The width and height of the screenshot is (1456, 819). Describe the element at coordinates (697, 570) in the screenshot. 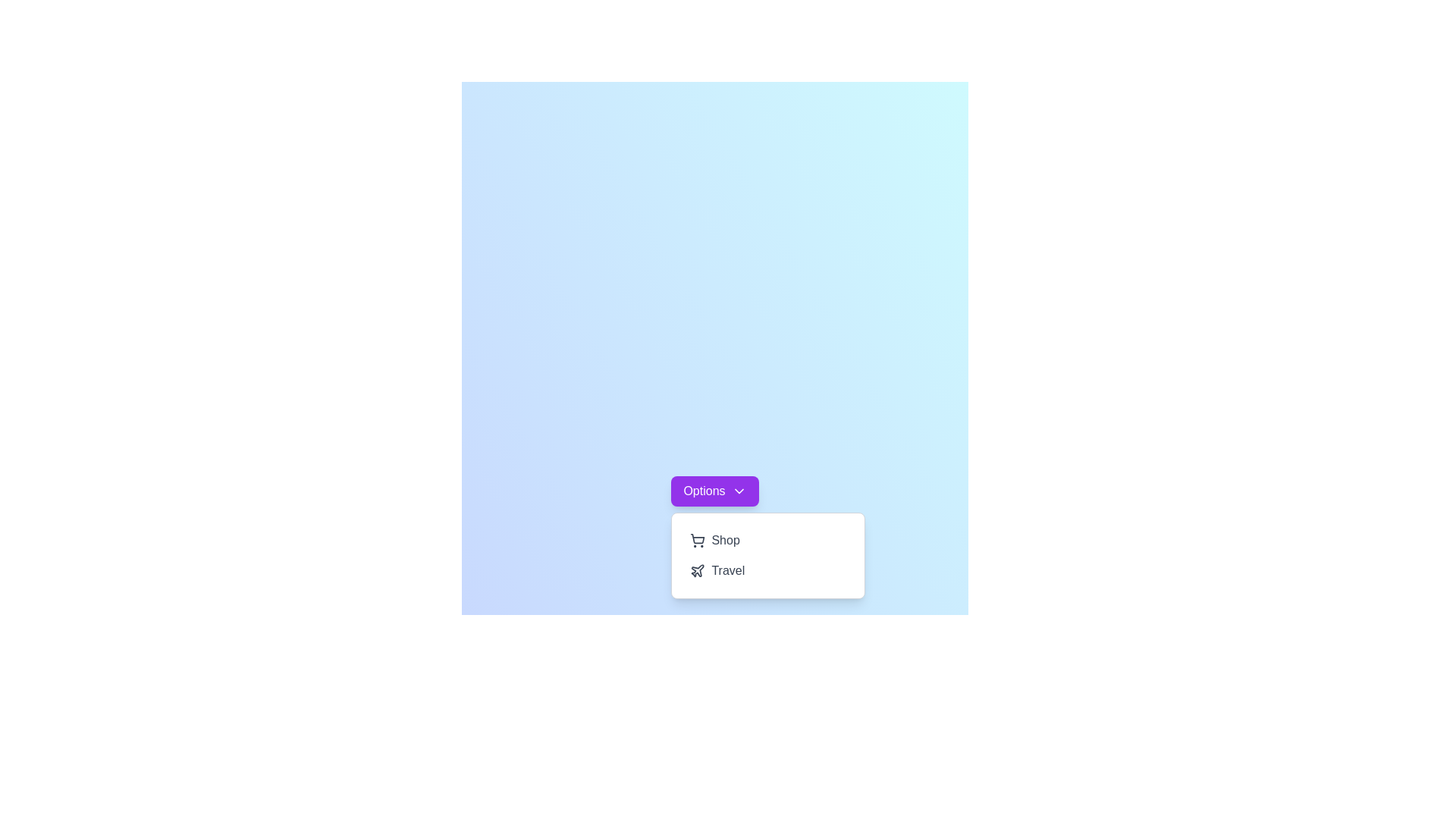

I see `the 'Travel' graphic icon in the dropdown menu, which is positioned directly to the left of the 'Travel' label and below the purple 'Options' button` at that location.